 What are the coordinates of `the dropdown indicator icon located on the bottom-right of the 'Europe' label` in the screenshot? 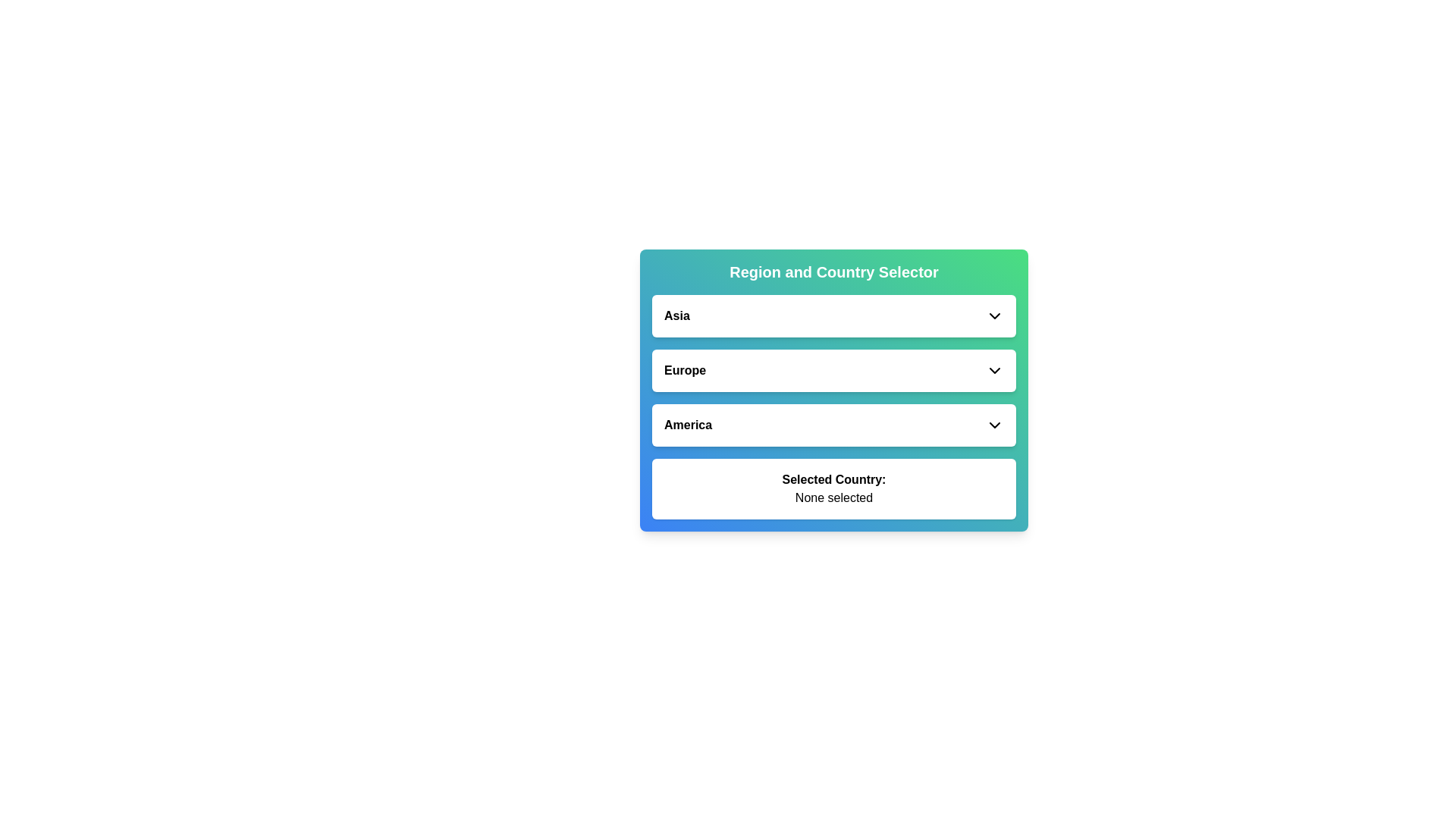 It's located at (994, 371).